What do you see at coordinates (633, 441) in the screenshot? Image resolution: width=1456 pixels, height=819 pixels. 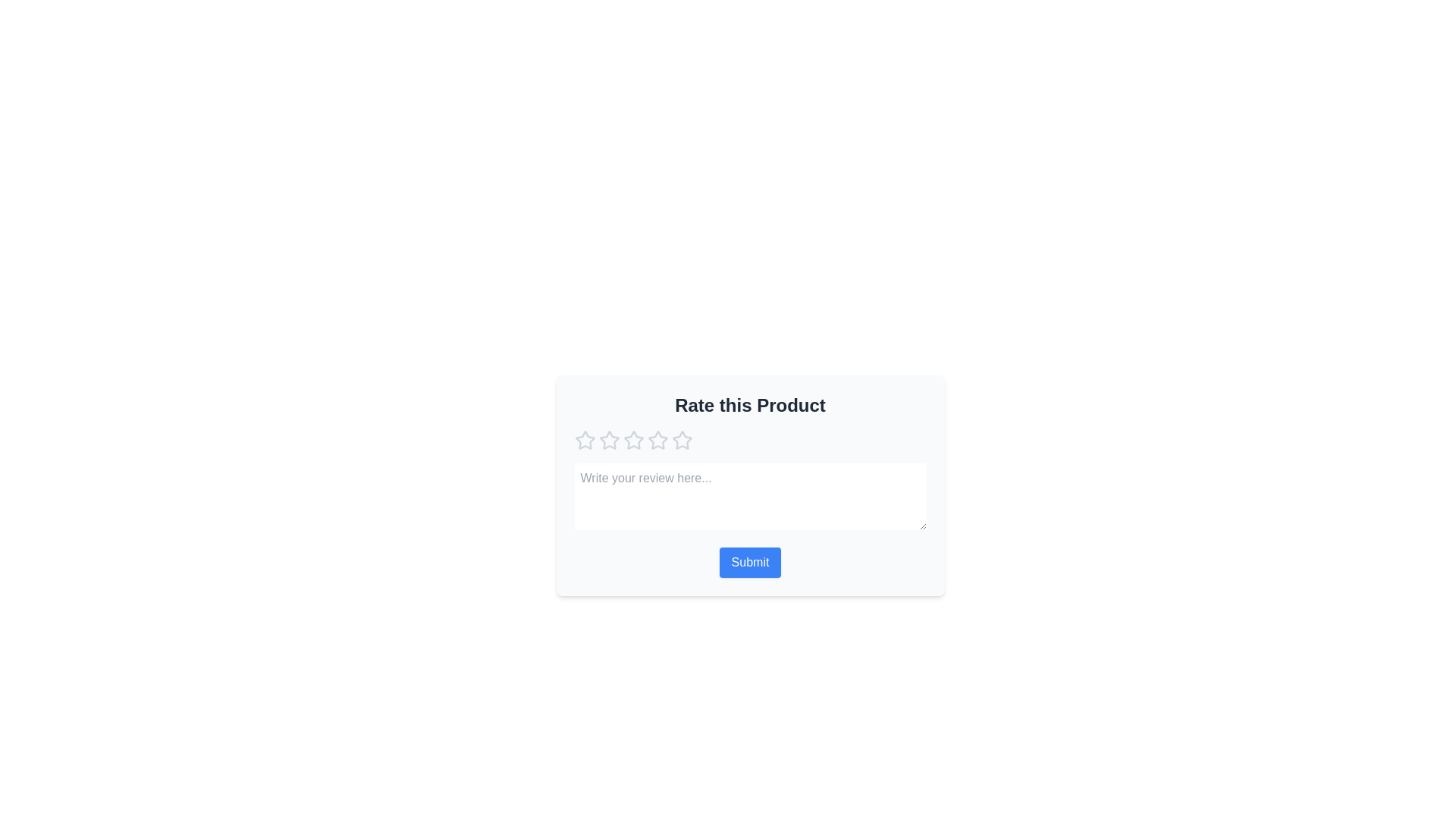 I see `the star corresponding to 3 to preview the rating` at bounding box center [633, 441].